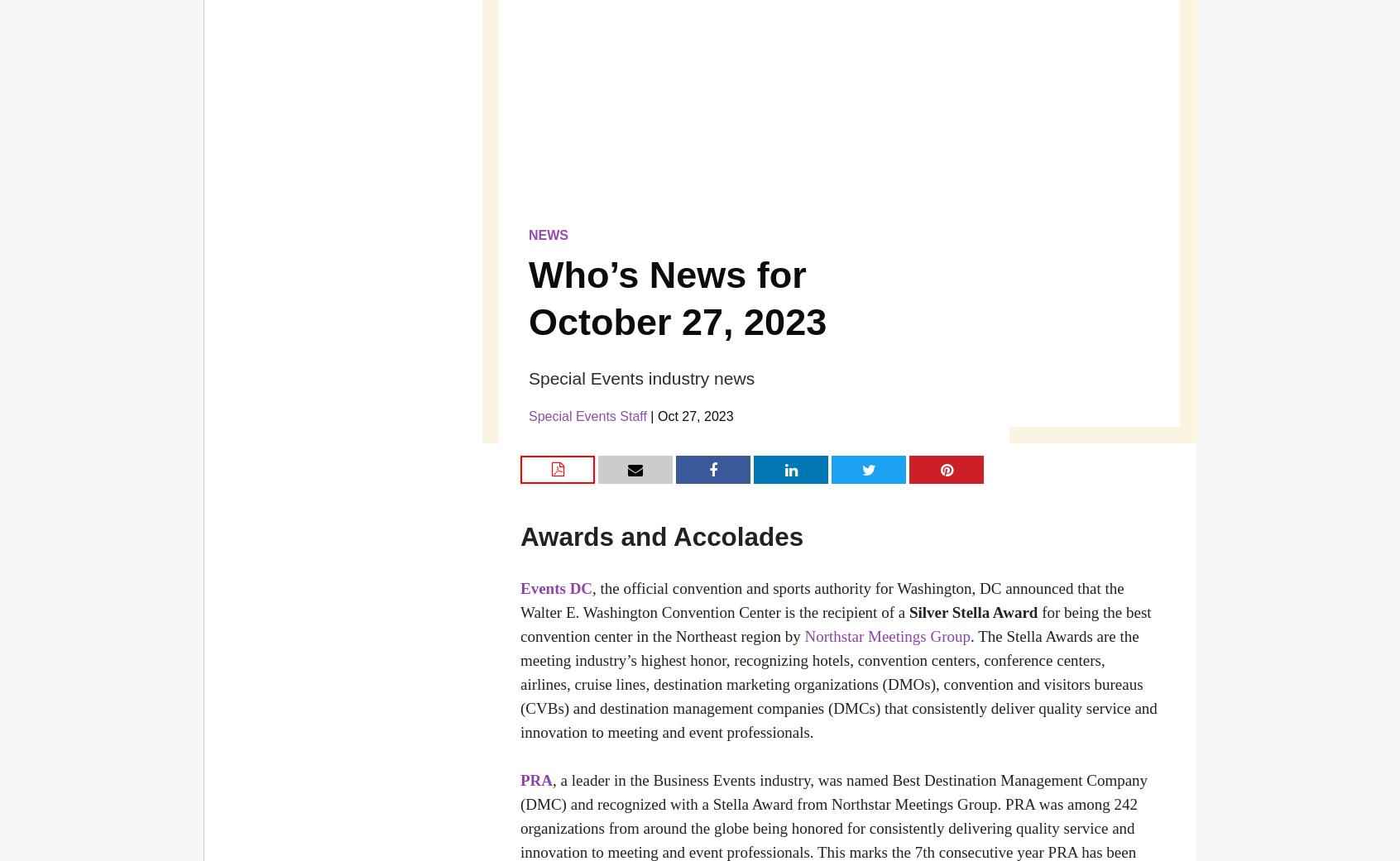 The image size is (1400, 861). I want to click on ', a leader in the Business Events industry, was named Best Destination Management Company (DMC) and recognized with a Stella Award from Northstar Meetings Group. PRA was among 242 organizations from around the globe being honored for consistently delivering quality service and innovation to meeting and event professionals. This marks the 7th consecutive year PRA has', so click(832, 816).